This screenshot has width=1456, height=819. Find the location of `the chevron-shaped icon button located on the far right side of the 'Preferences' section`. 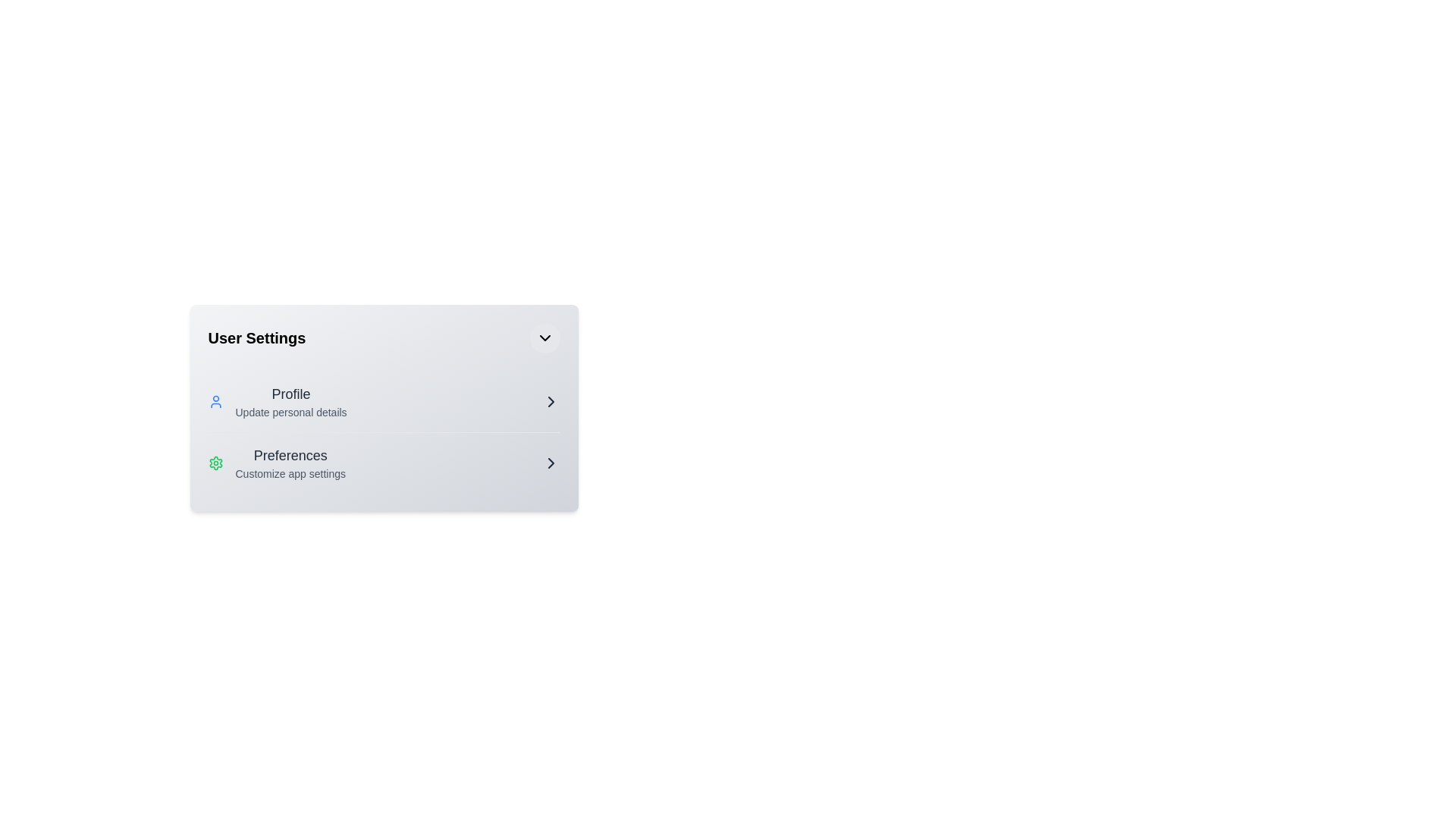

the chevron-shaped icon button located on the far right side of the 'Preferences' section is located at coordinates (550, 462).